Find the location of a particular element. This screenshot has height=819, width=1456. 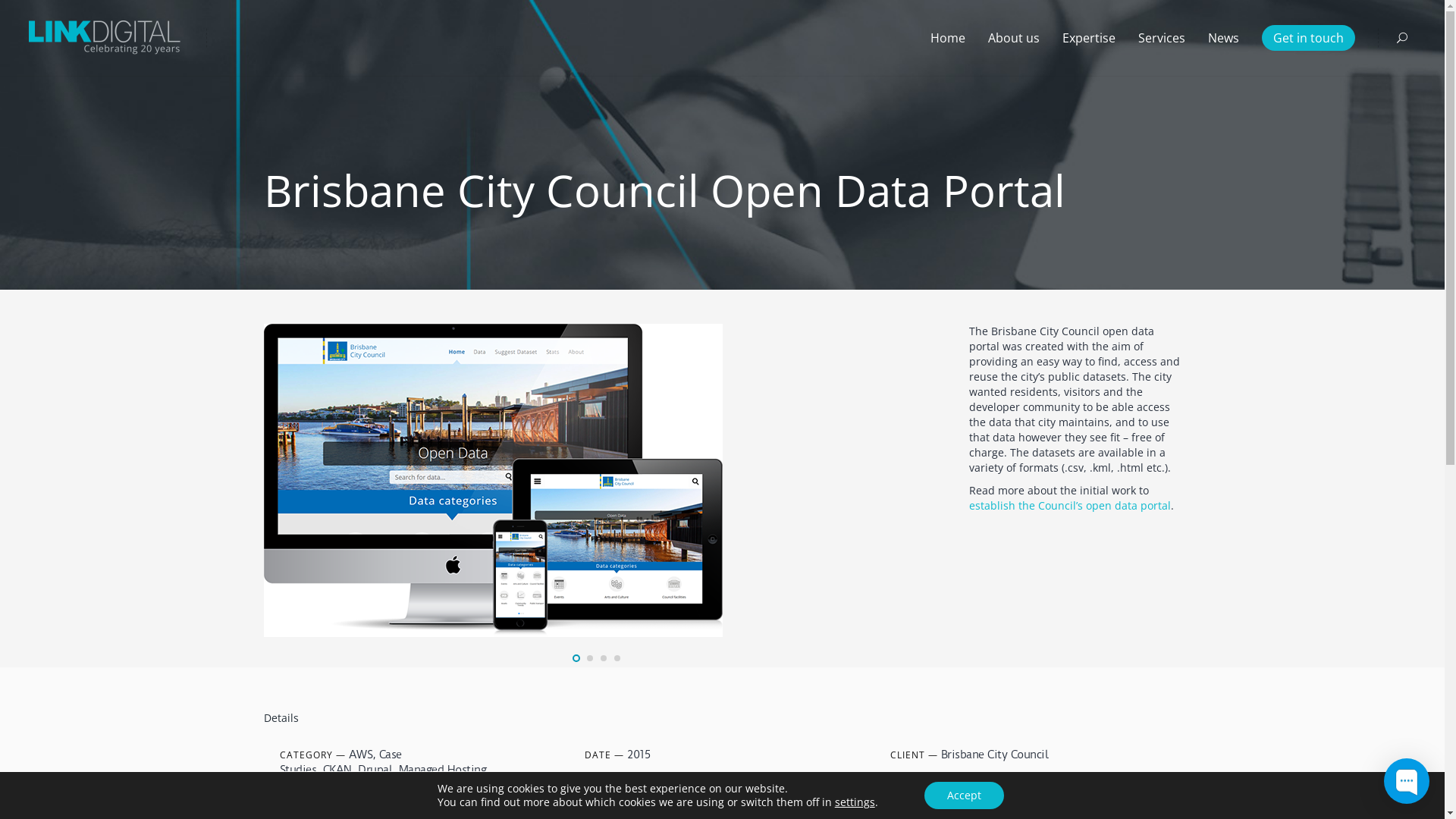

'News' is located at coordinates (1223, 37).